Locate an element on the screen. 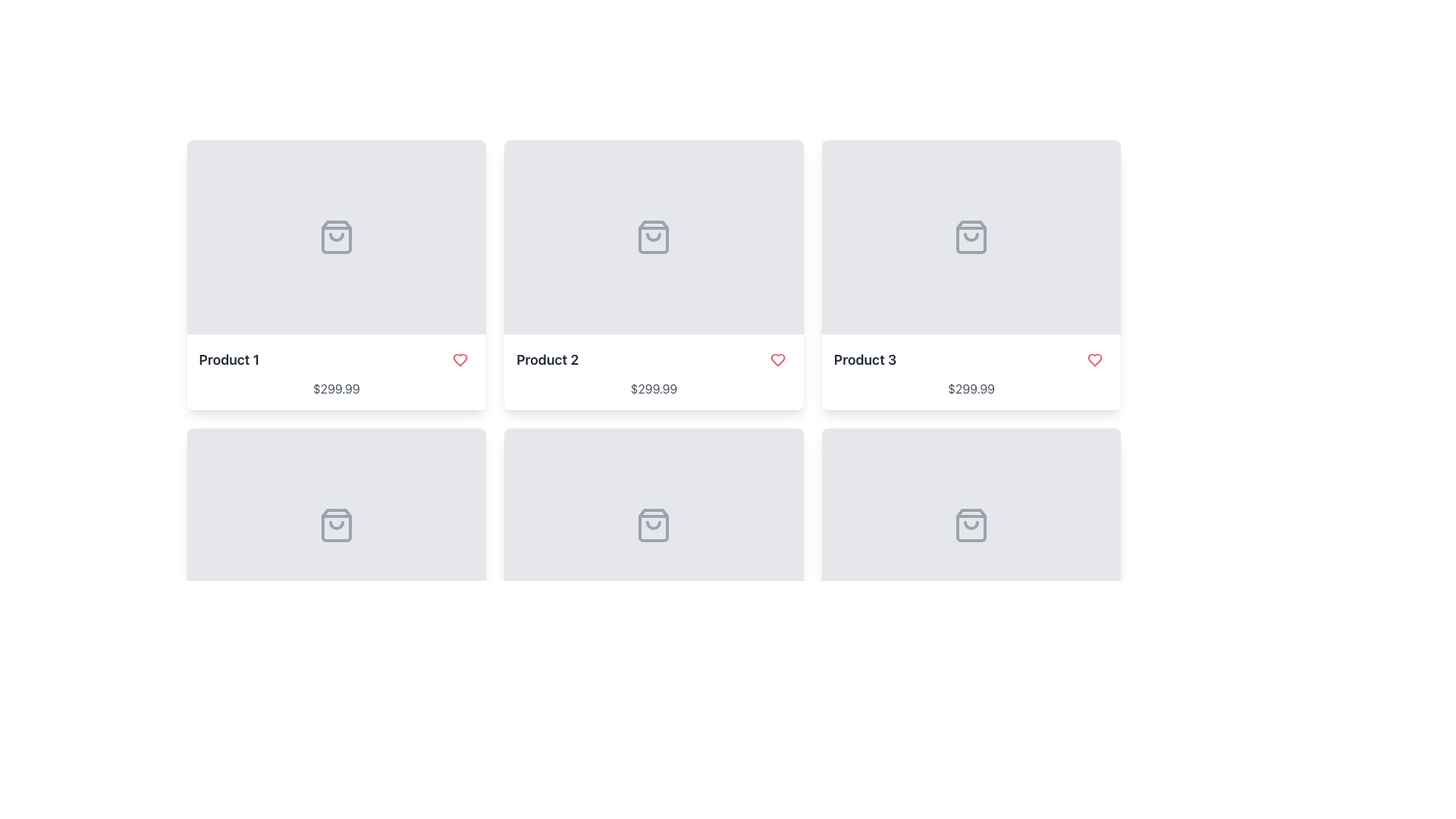 This screenshot has width=1456, height=819. text of the price label displaying '$299.99', which is located below the title 'Product 1' in the product card is located at coordinates (335, 388).